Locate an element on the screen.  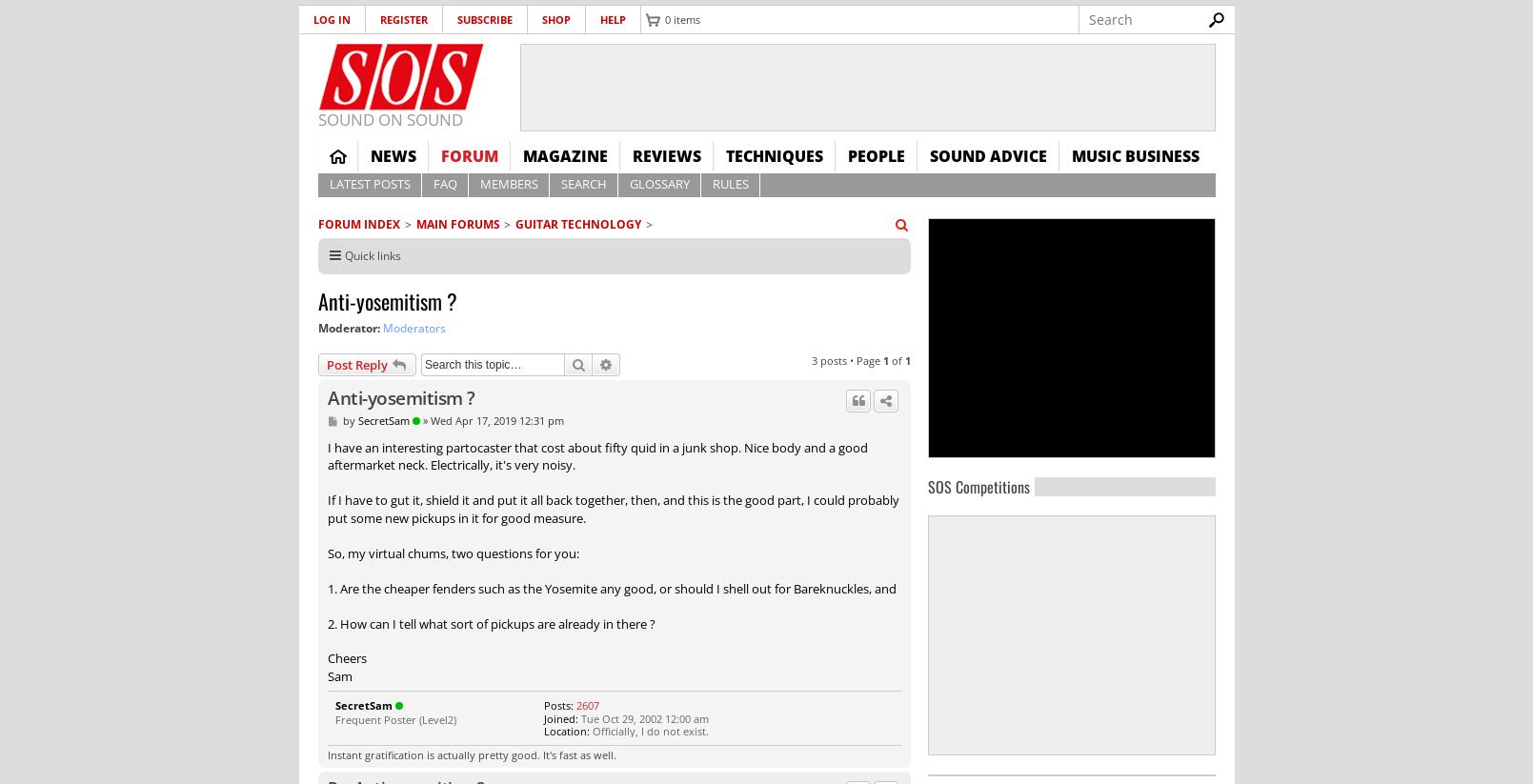
'SOUND ON SOUND' is located at coordinates (389, 119).